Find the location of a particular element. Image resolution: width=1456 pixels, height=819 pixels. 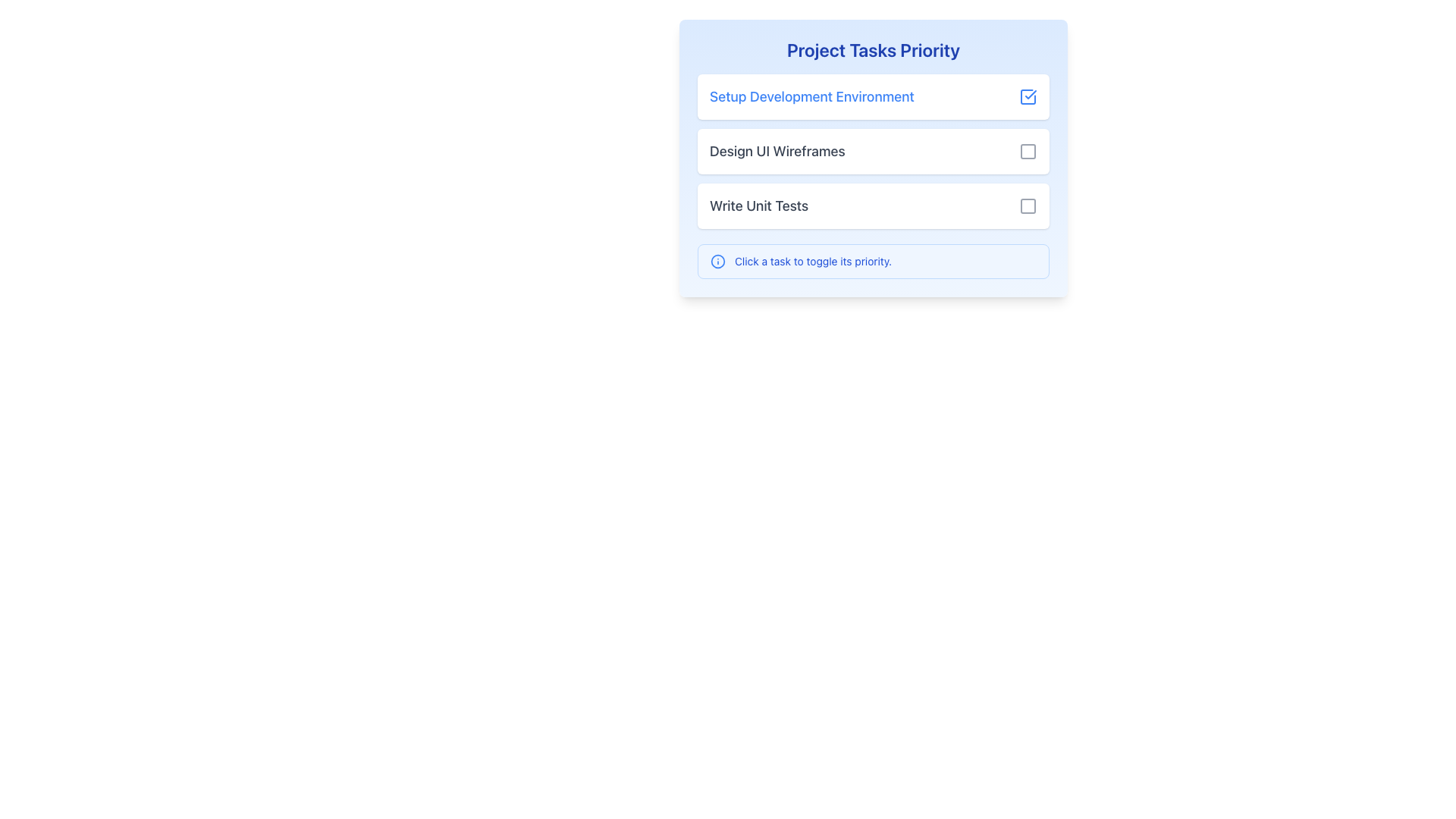

the small square-shaped clickable icon next to the task labeled 'Write Unit Tests' in the task list is located at coordinates (1028, 206).